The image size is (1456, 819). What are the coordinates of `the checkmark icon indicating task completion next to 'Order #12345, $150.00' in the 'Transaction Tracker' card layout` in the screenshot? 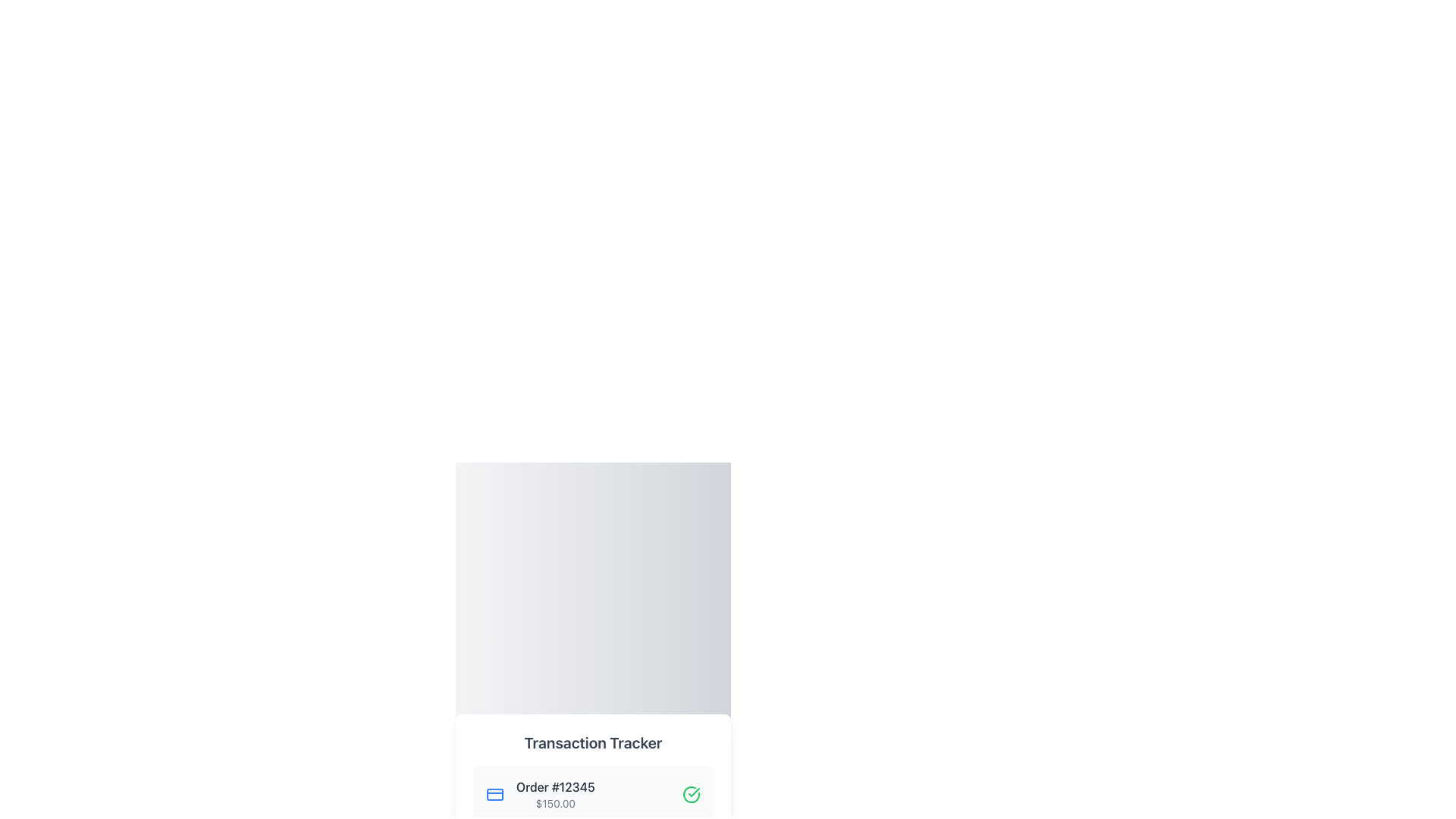 It's located at (693, 792).